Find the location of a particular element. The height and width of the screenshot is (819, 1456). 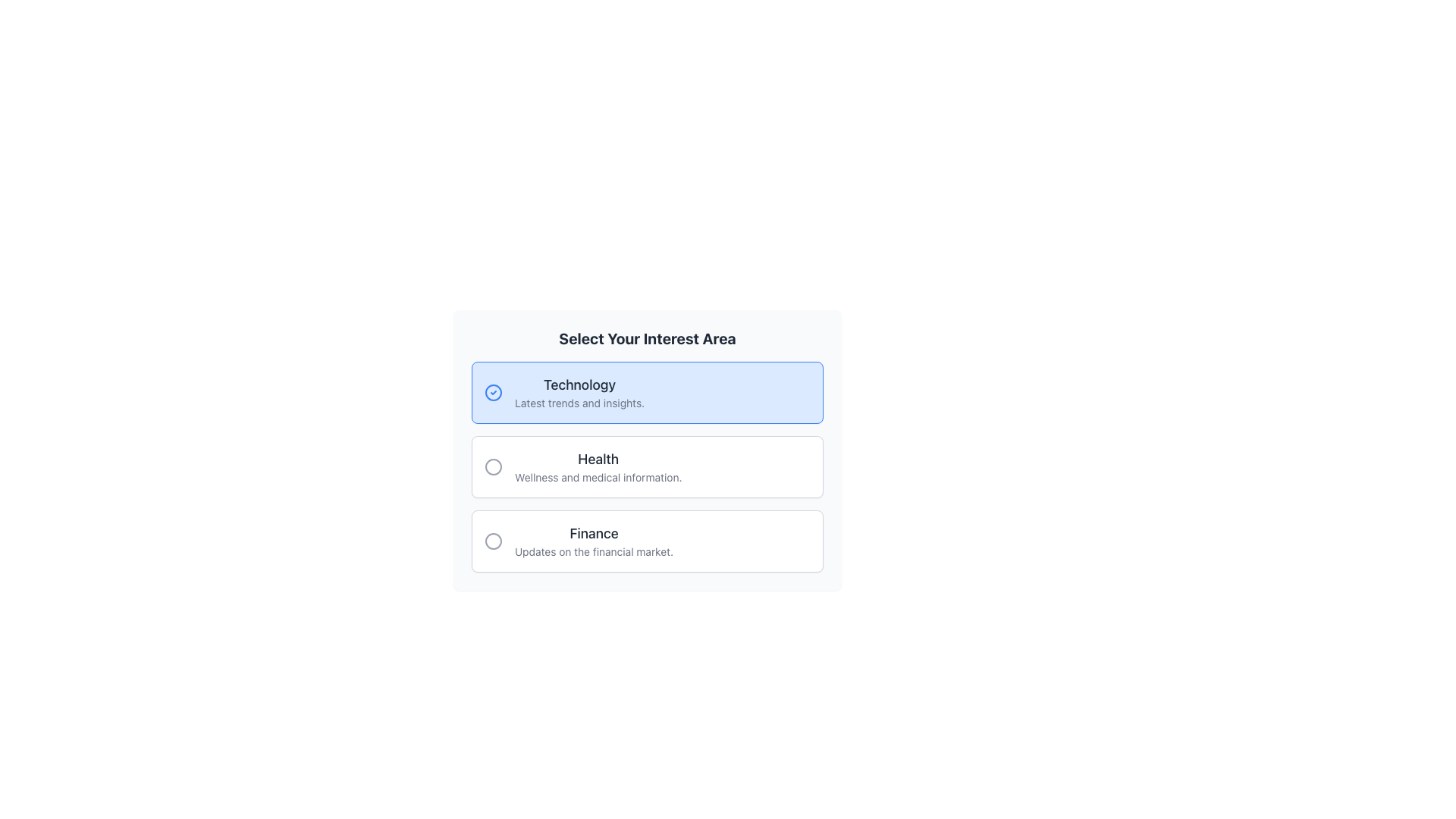

the circular radio button with a gray outline located to the left of the 'Health' label is located at coordinates (499, 466).